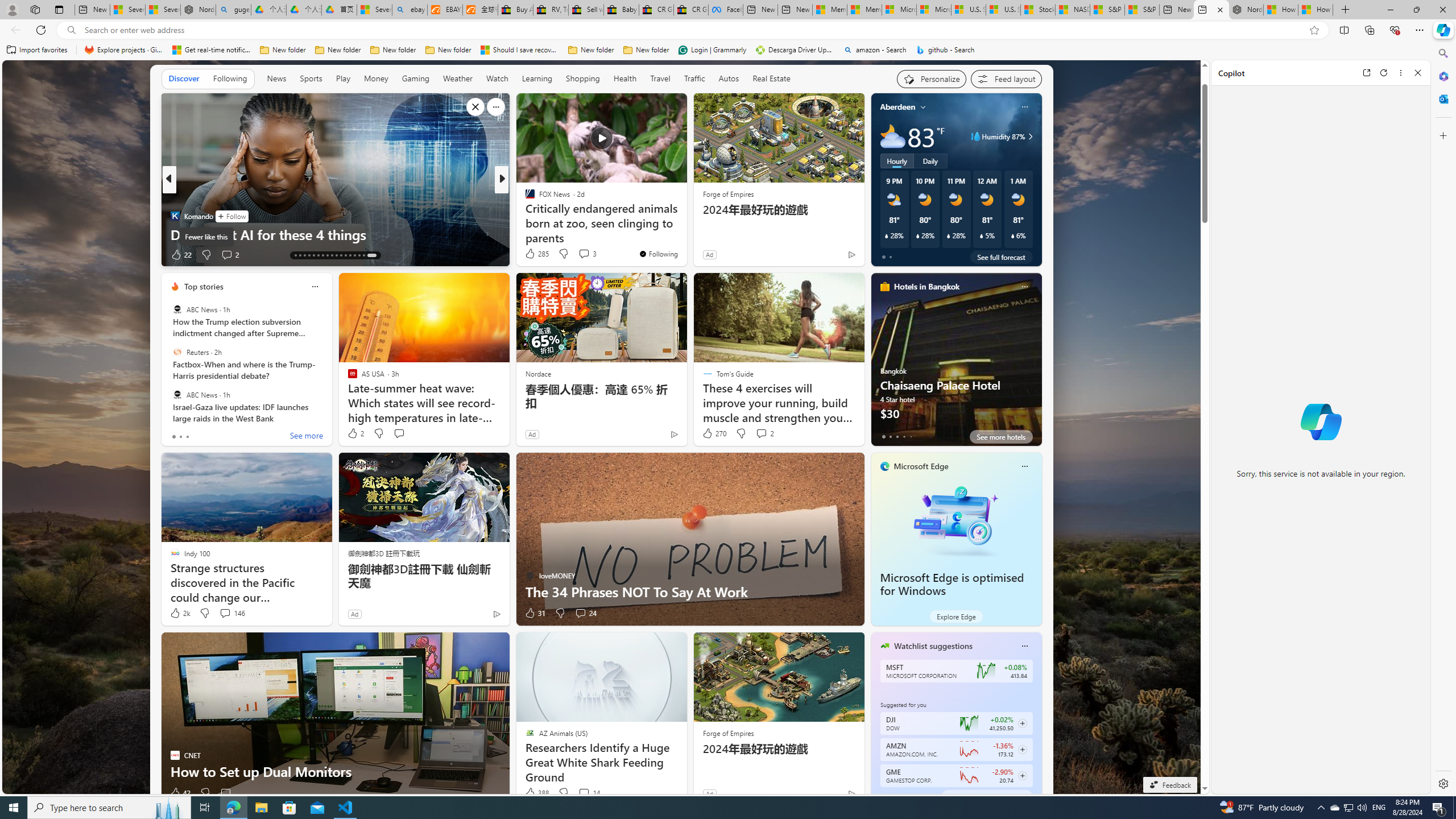 The image size is (1456, 819). I want to click on 'Class: weather-current-precipitation-glyph', so click(1012, 235).